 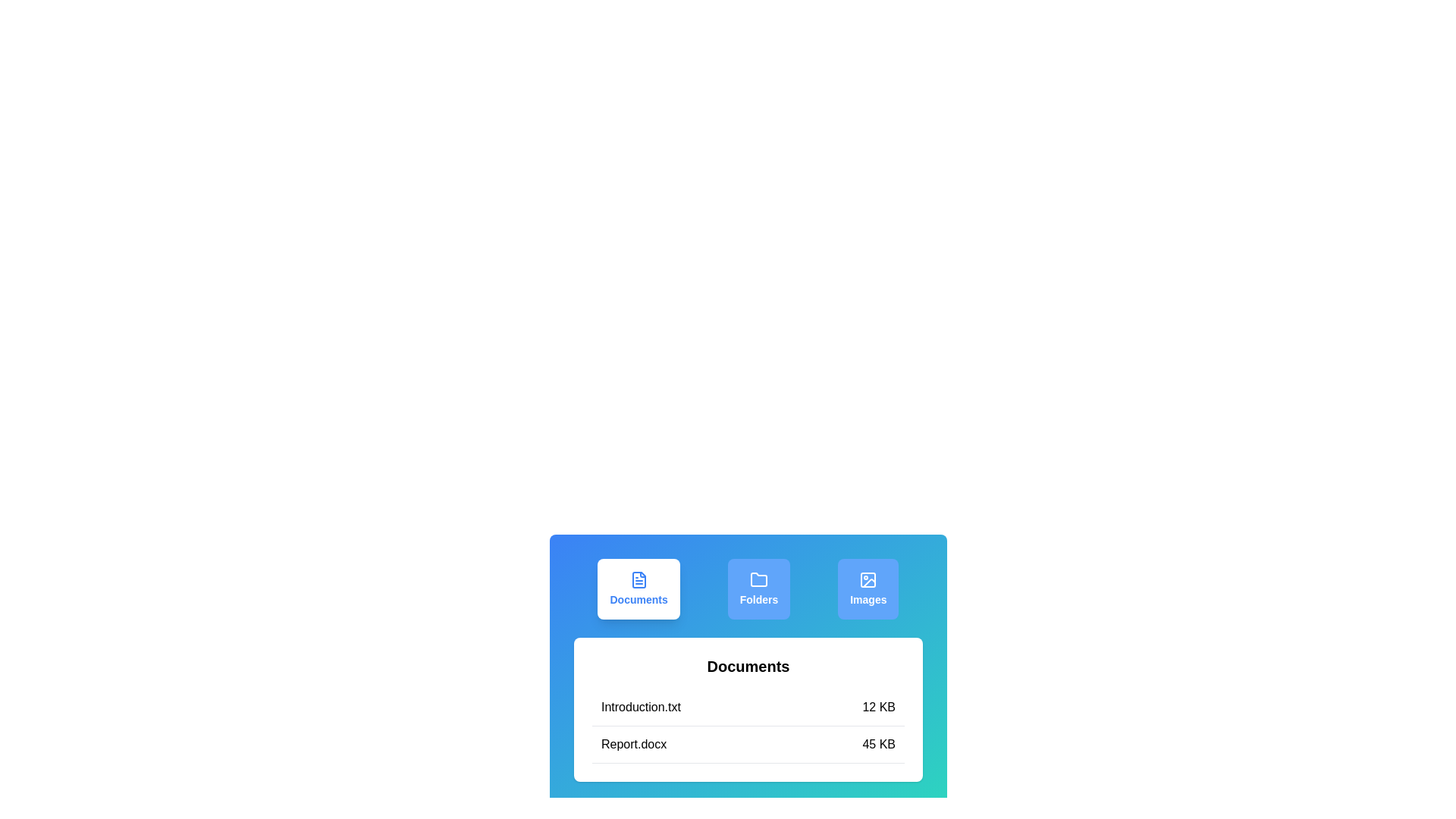 What do you see at coordinates (758, 579) in the screenshot?
I see `the 'Folders' category icon, which is the middle option of the top three category buttons` at bounding box center [758, 579].